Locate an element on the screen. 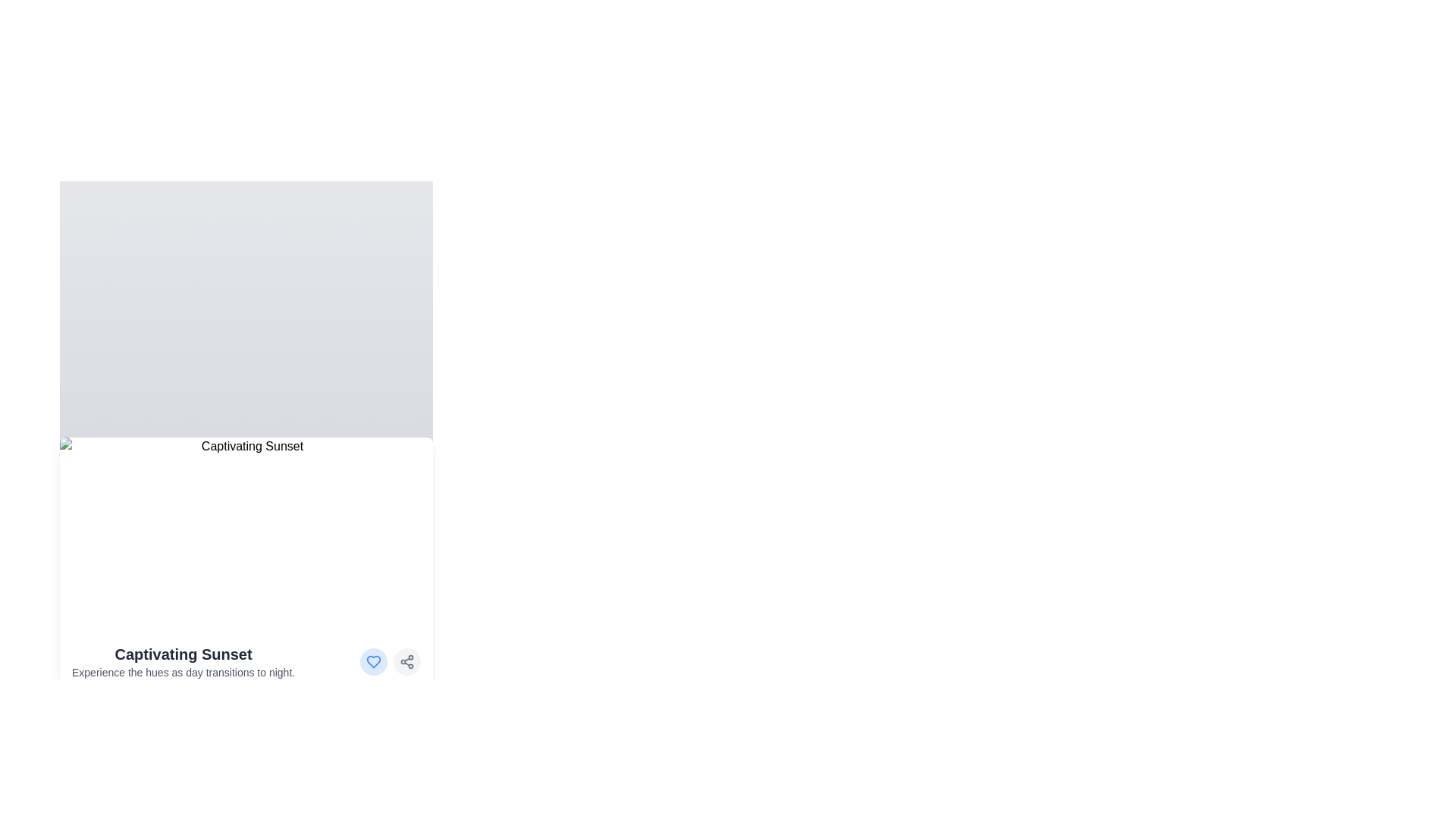 Image resolution: width=1456 pixels, height=819 pixels. the heart icon located inside a circular button with a light blue background at the bottom right corner of the card displaying 'Captivating Sunset' is located at coordinates (374, 661).